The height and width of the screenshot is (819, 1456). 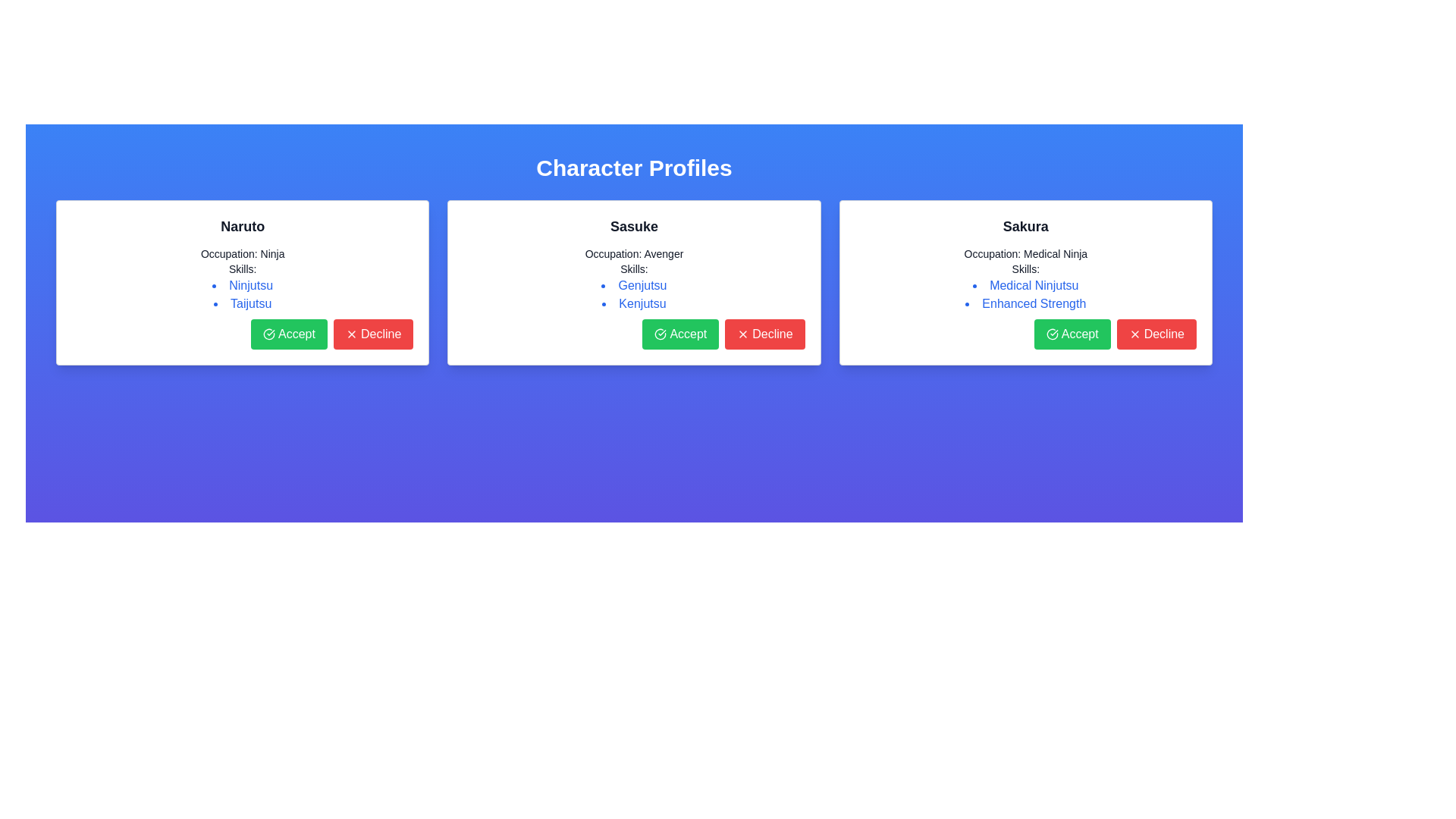 I want to click on text label that says 'Skills:' located in the middle profile card labeled 'Sasuke', positioned below 'Occupation: Avenger' and above the skills bullet points, so click(x=634, y=268).